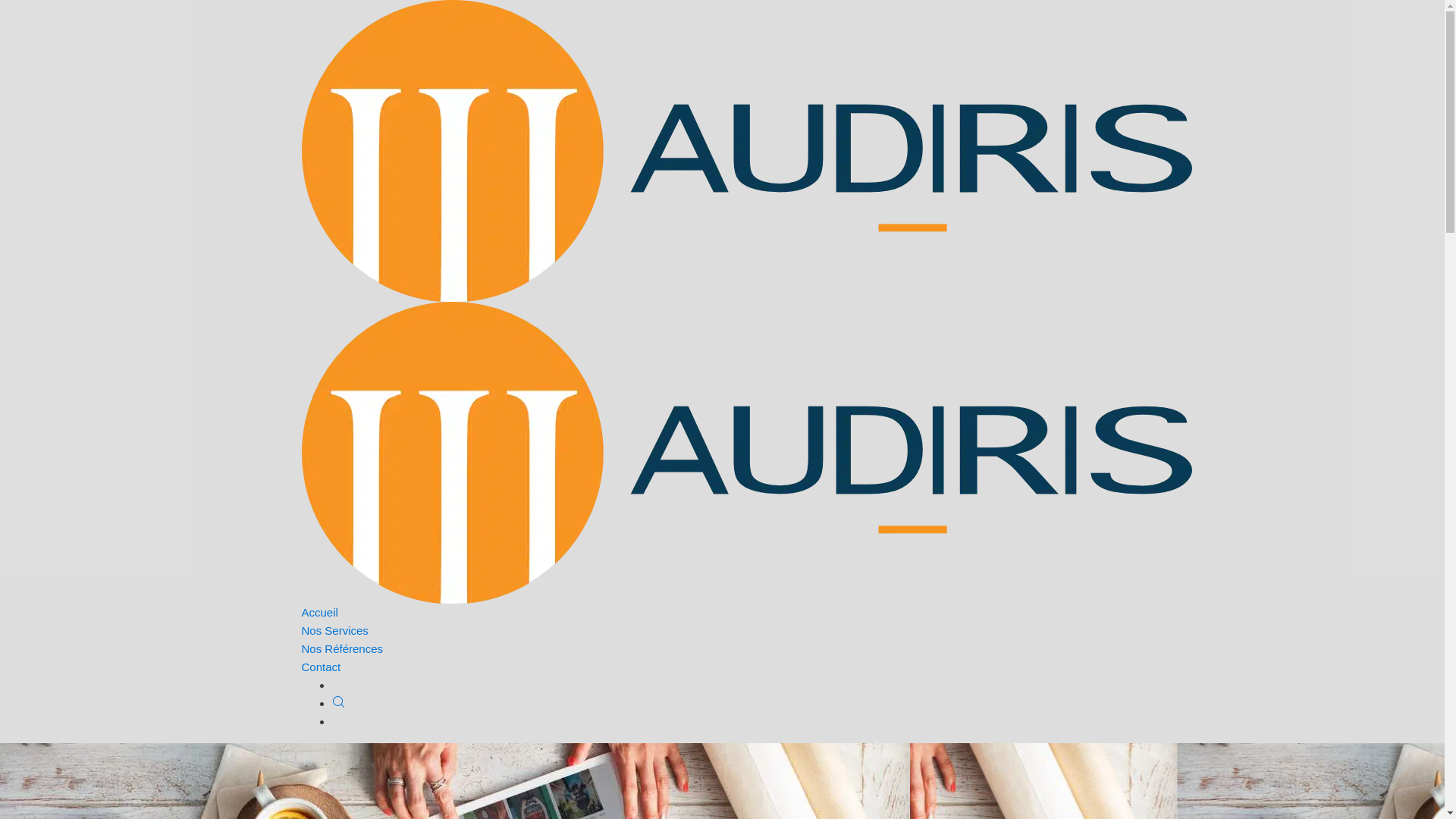 The width and height of the screenshot is (1456, 819). I want to click on 'Accueil', so click(319, 611).